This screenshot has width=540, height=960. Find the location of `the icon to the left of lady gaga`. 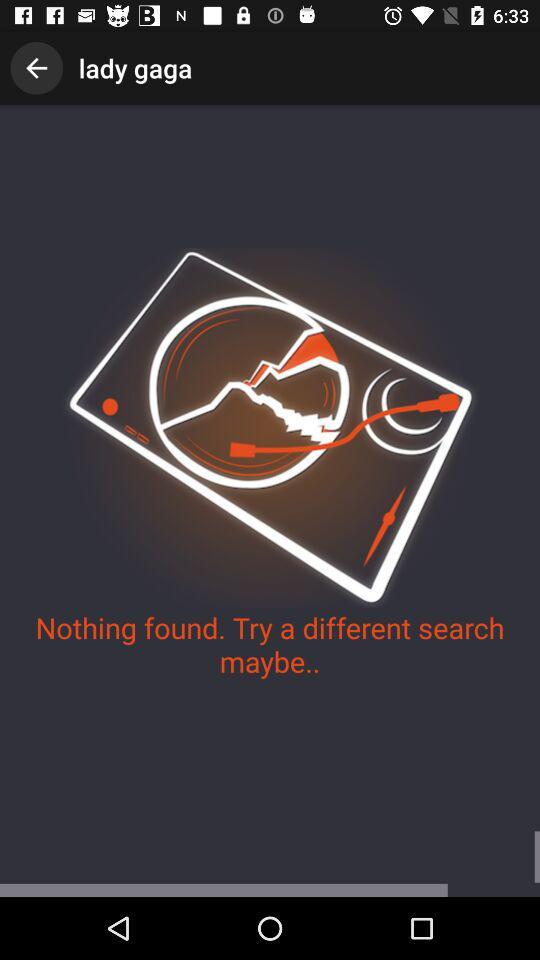

the icon to the left of lady gaga is located at coordinates (36, 68).